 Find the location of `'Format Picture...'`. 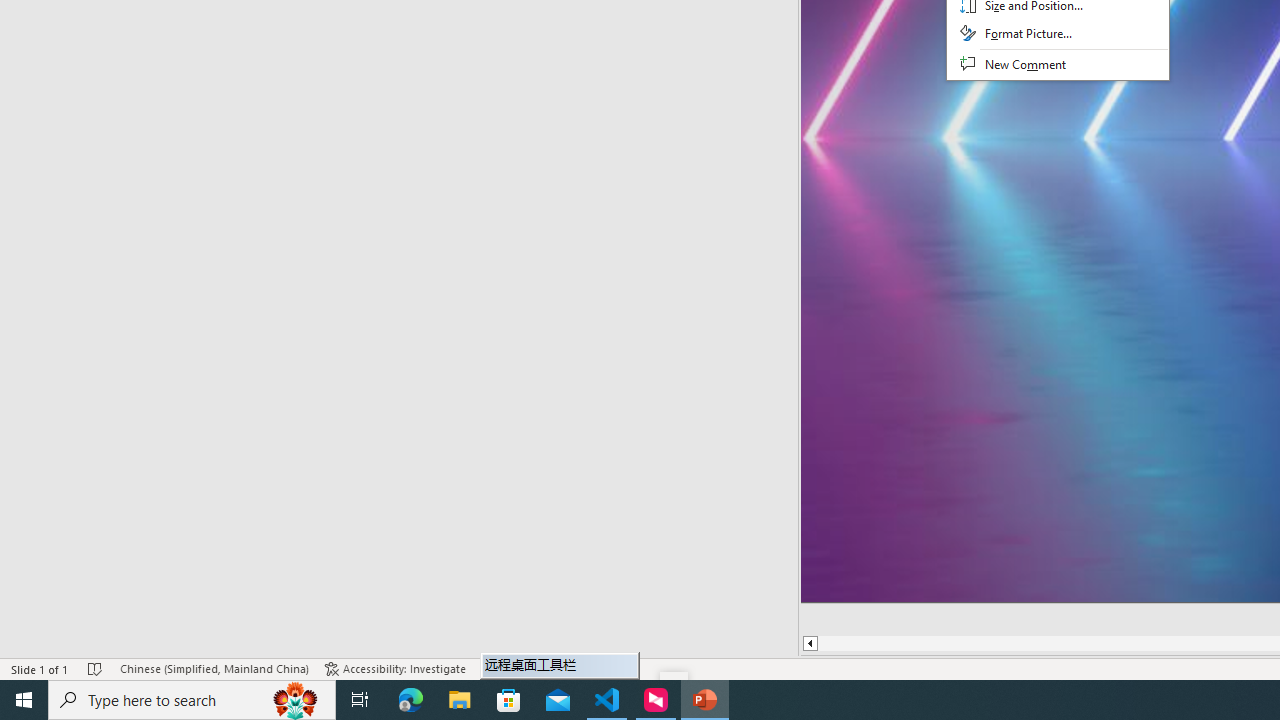

'Format Picture...' is located at coordinates (1056, 34).